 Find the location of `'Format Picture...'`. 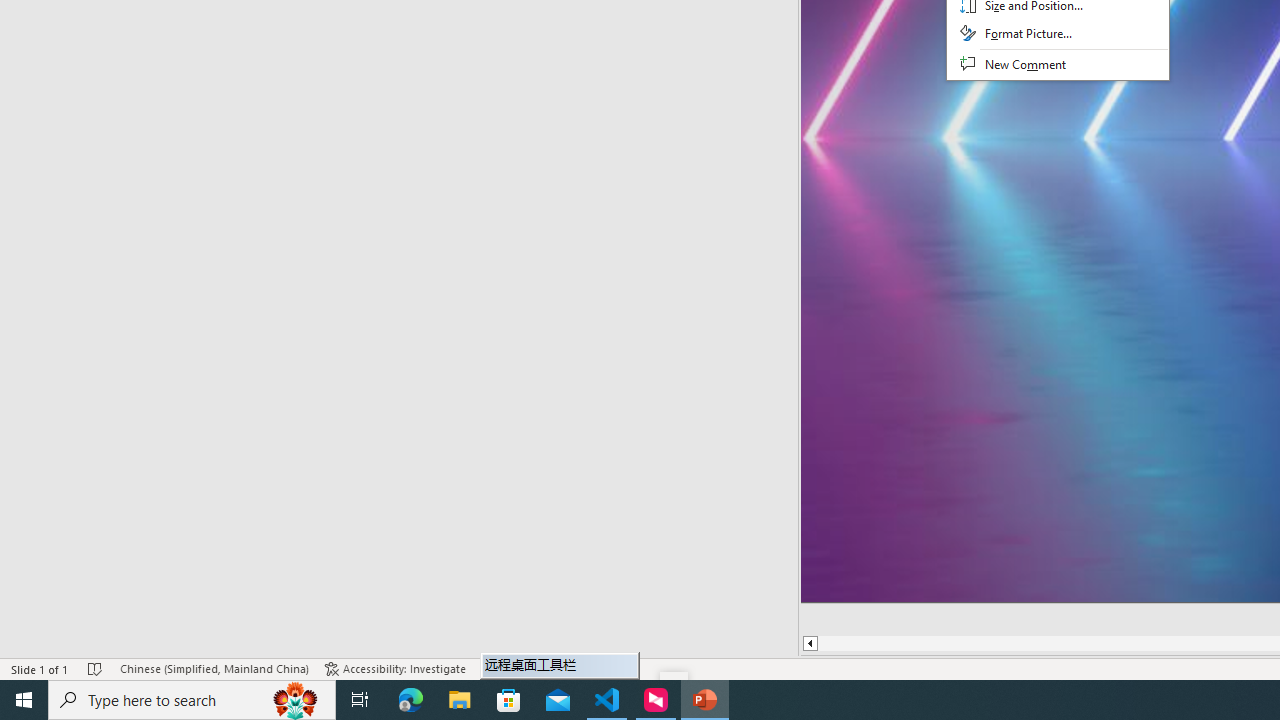

'Format Picture...' is located at coordinates (1056, 34).